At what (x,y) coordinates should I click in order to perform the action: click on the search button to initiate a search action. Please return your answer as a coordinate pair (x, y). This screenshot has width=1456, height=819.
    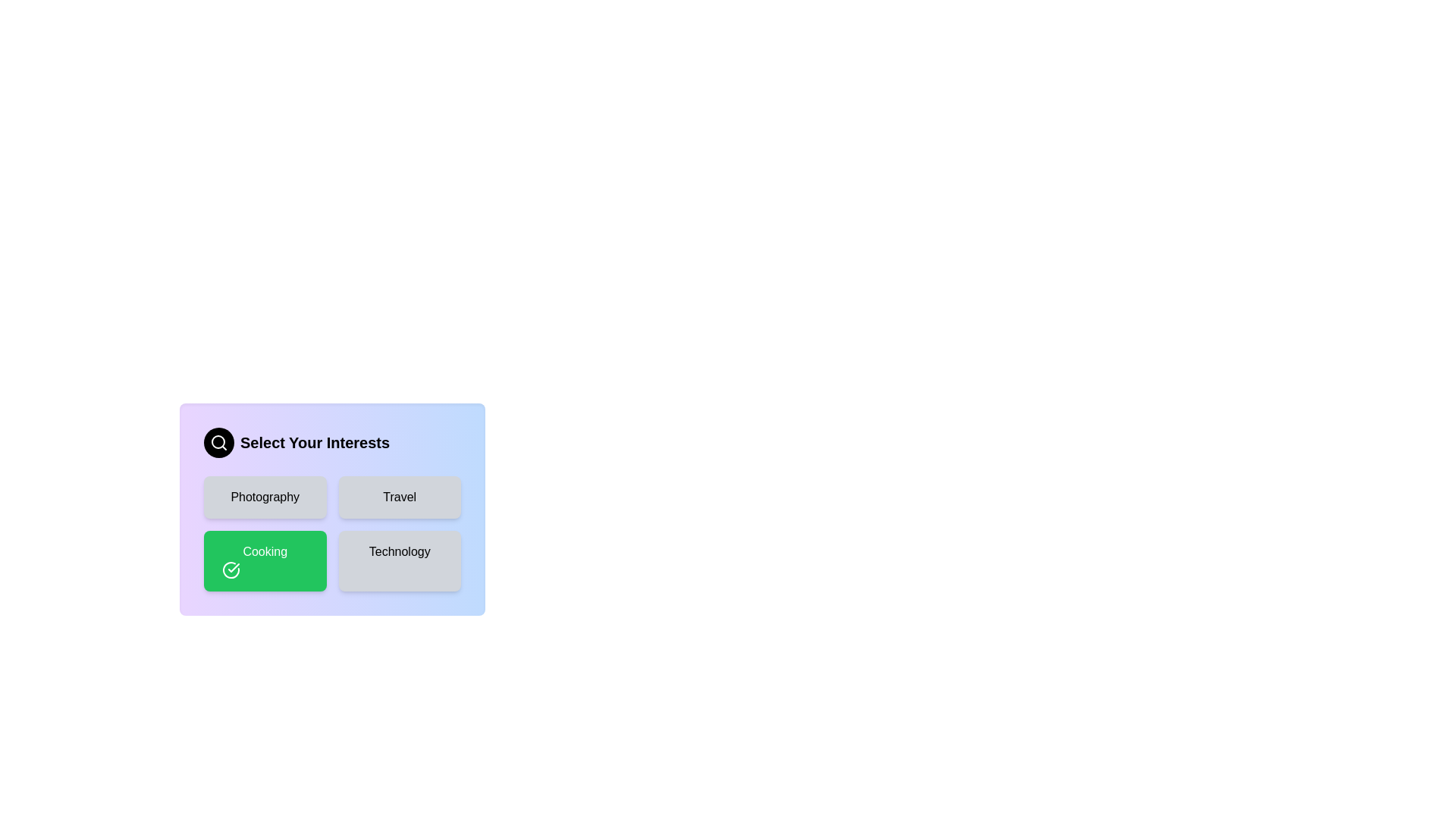
    Looking at the image, I should click on (218, 442).